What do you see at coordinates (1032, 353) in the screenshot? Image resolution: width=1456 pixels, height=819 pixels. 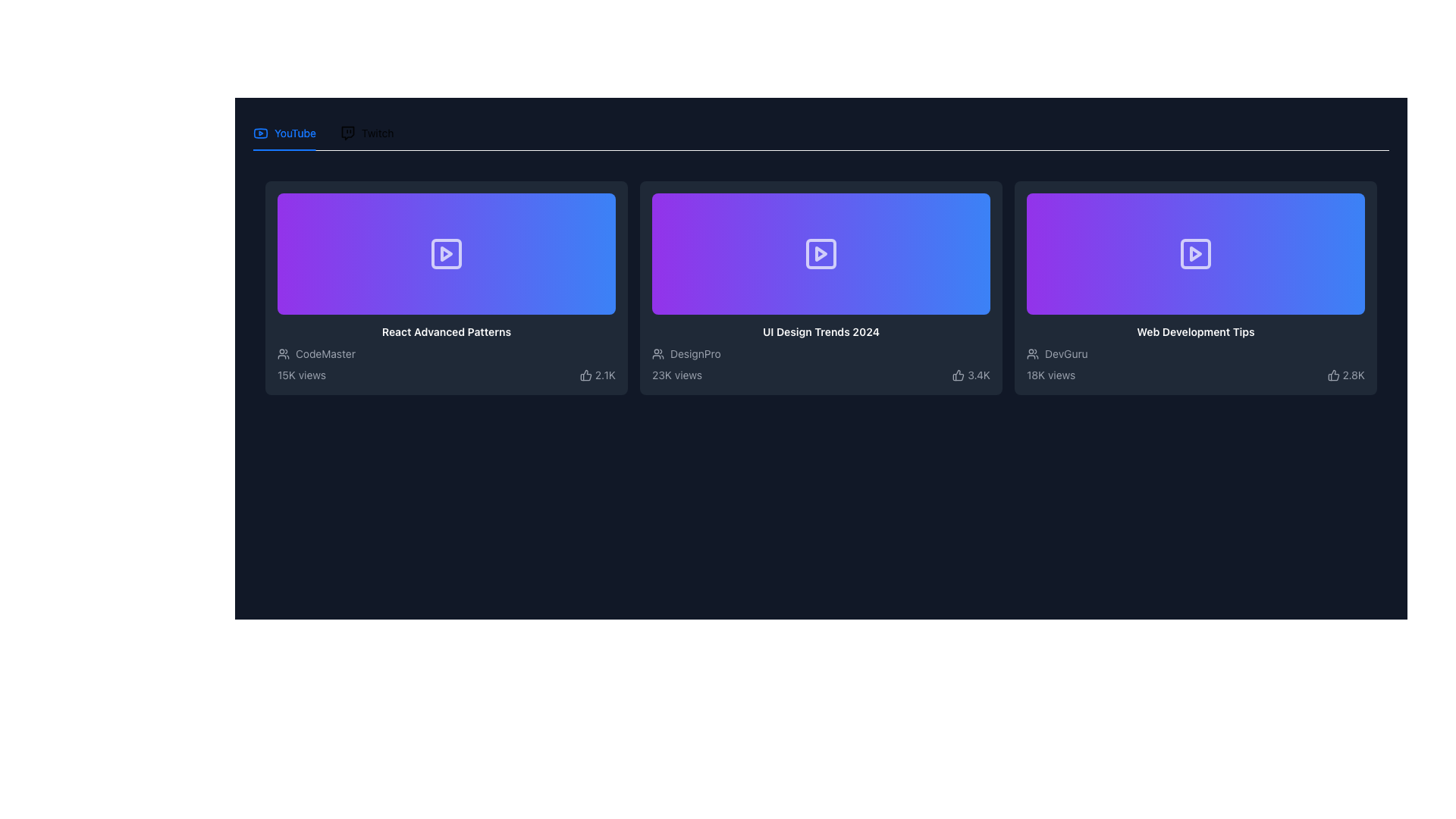 I see `the SVG icon that represents a group or community, located at the leftmost side of the row in the card labeled 'Web Development Tips'` at bounding box center [1032, 353].